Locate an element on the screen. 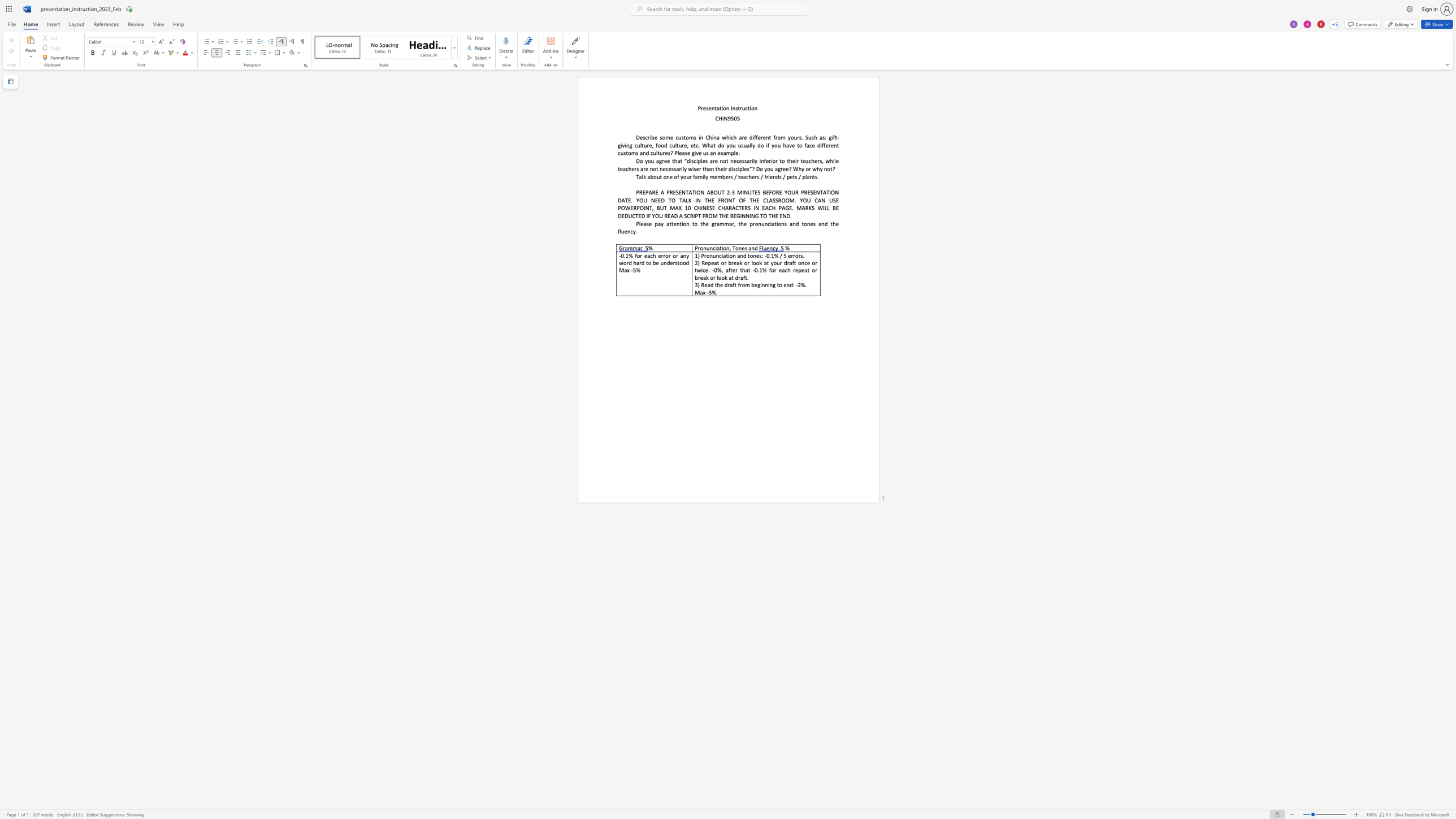 This screenshot has width=1456, height=819. the 1th character "i" in the text is located at coordinates (695, 153).